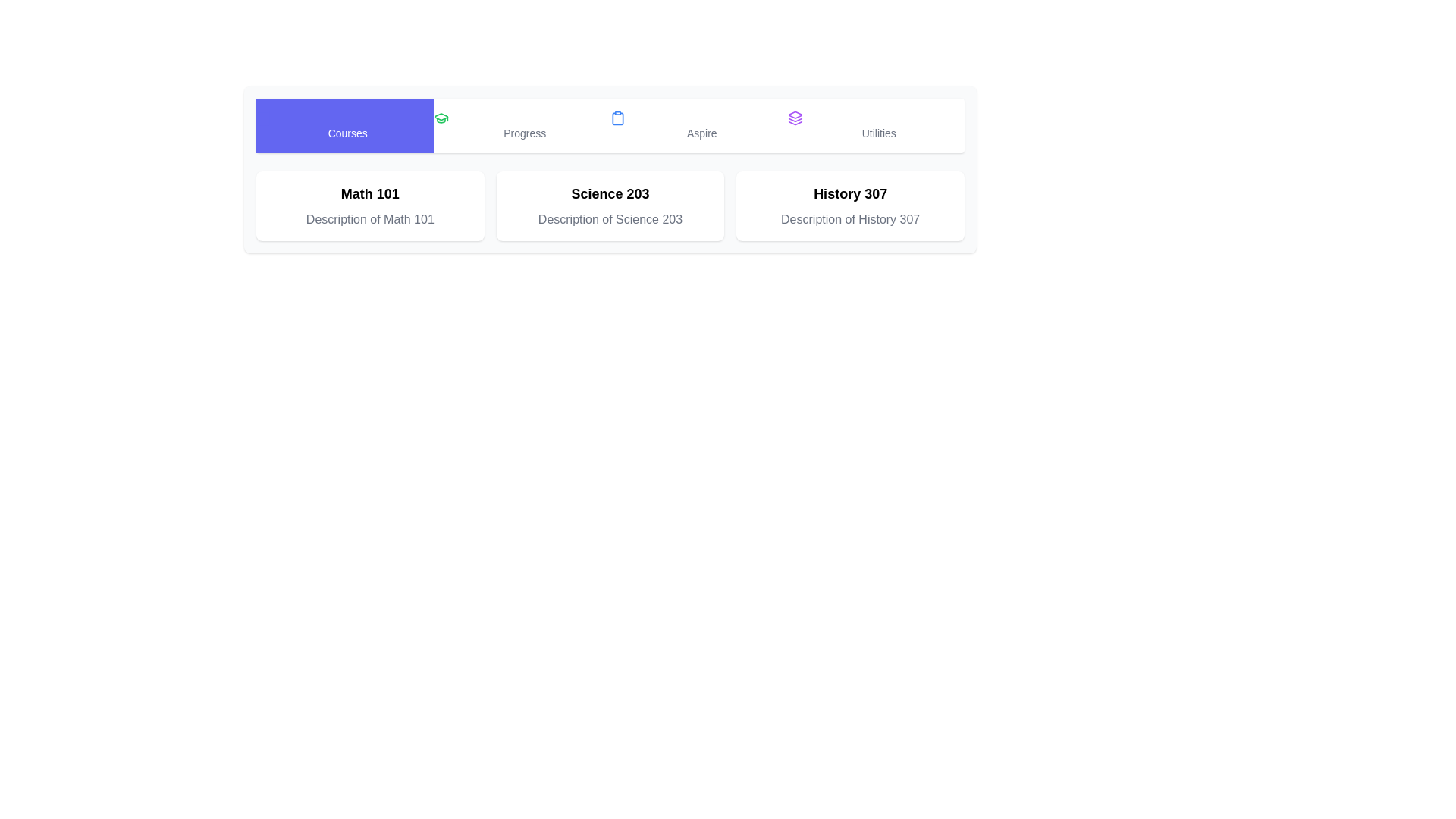 This screenshot has height=819, width=1456. I want to click on the text label displaying 'Aspire' in a gray font, which is the fourth element in a horizontal sequence of navigation items, so click(701, 133).